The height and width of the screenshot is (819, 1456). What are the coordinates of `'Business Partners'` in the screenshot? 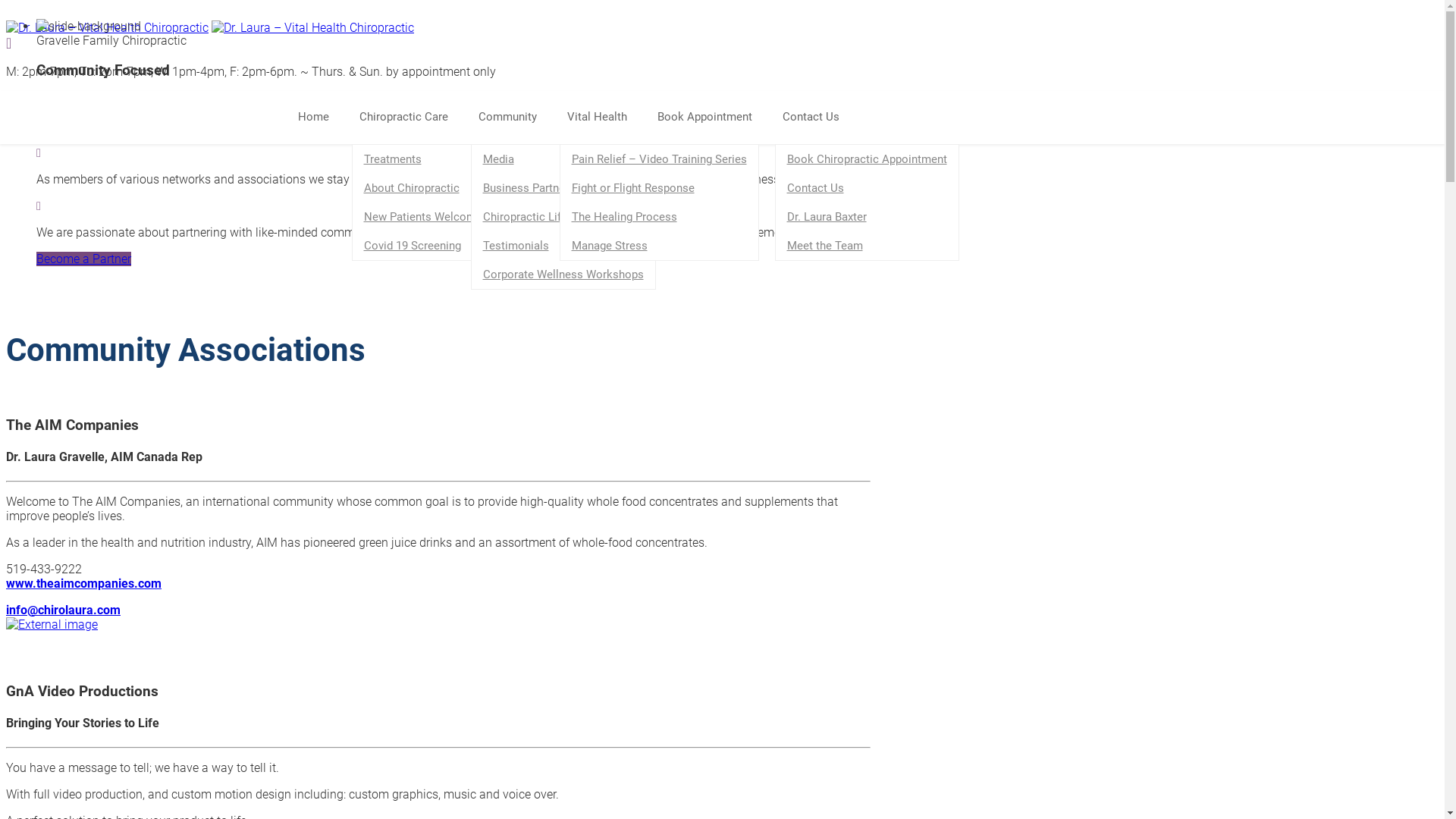 It's located at (563, 187).